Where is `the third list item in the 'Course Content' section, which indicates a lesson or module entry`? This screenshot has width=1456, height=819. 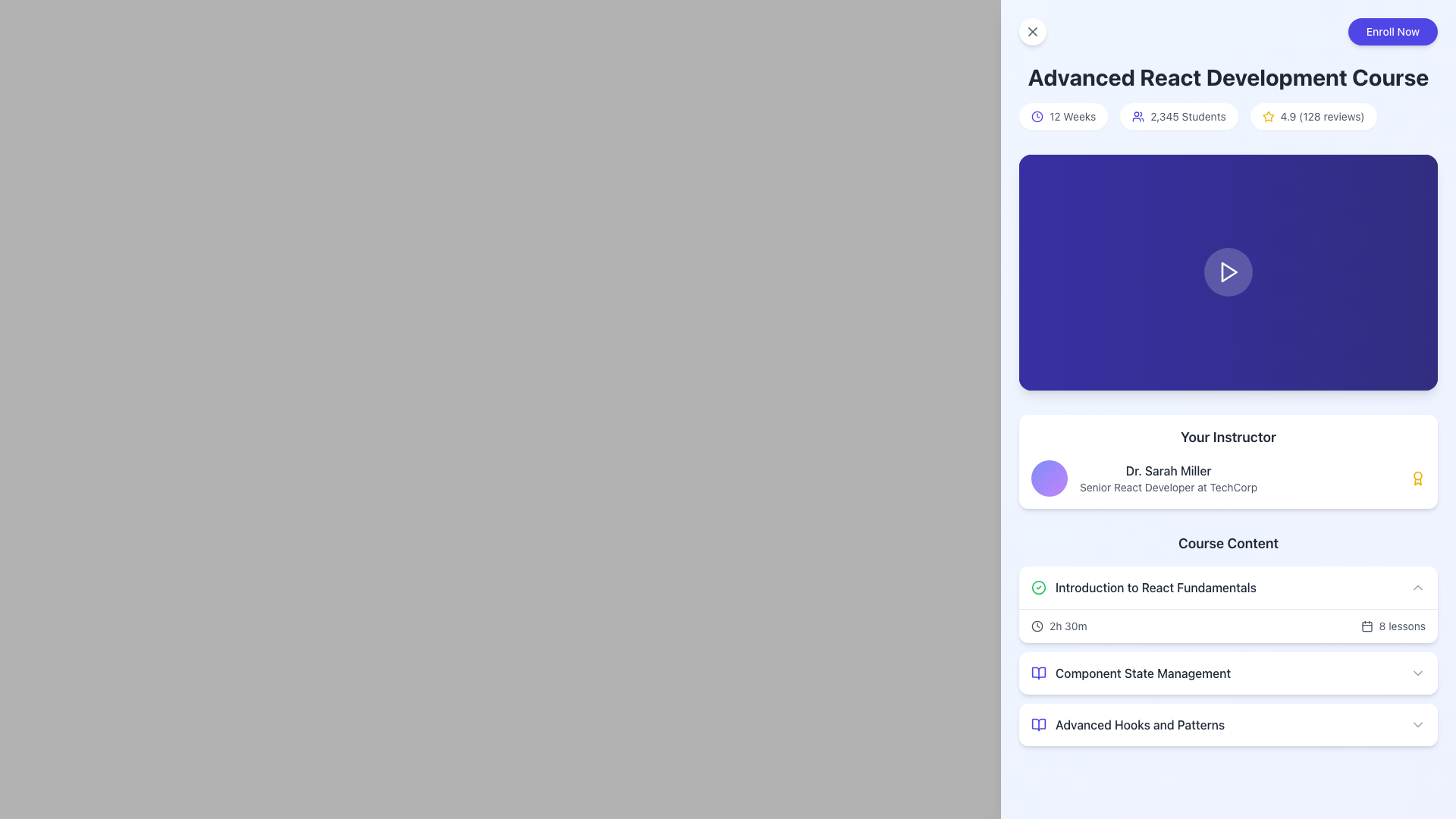
the third list item in the 'Course Content' section, which indicates a lesson or module entry is located at coordinates (1128, 723).